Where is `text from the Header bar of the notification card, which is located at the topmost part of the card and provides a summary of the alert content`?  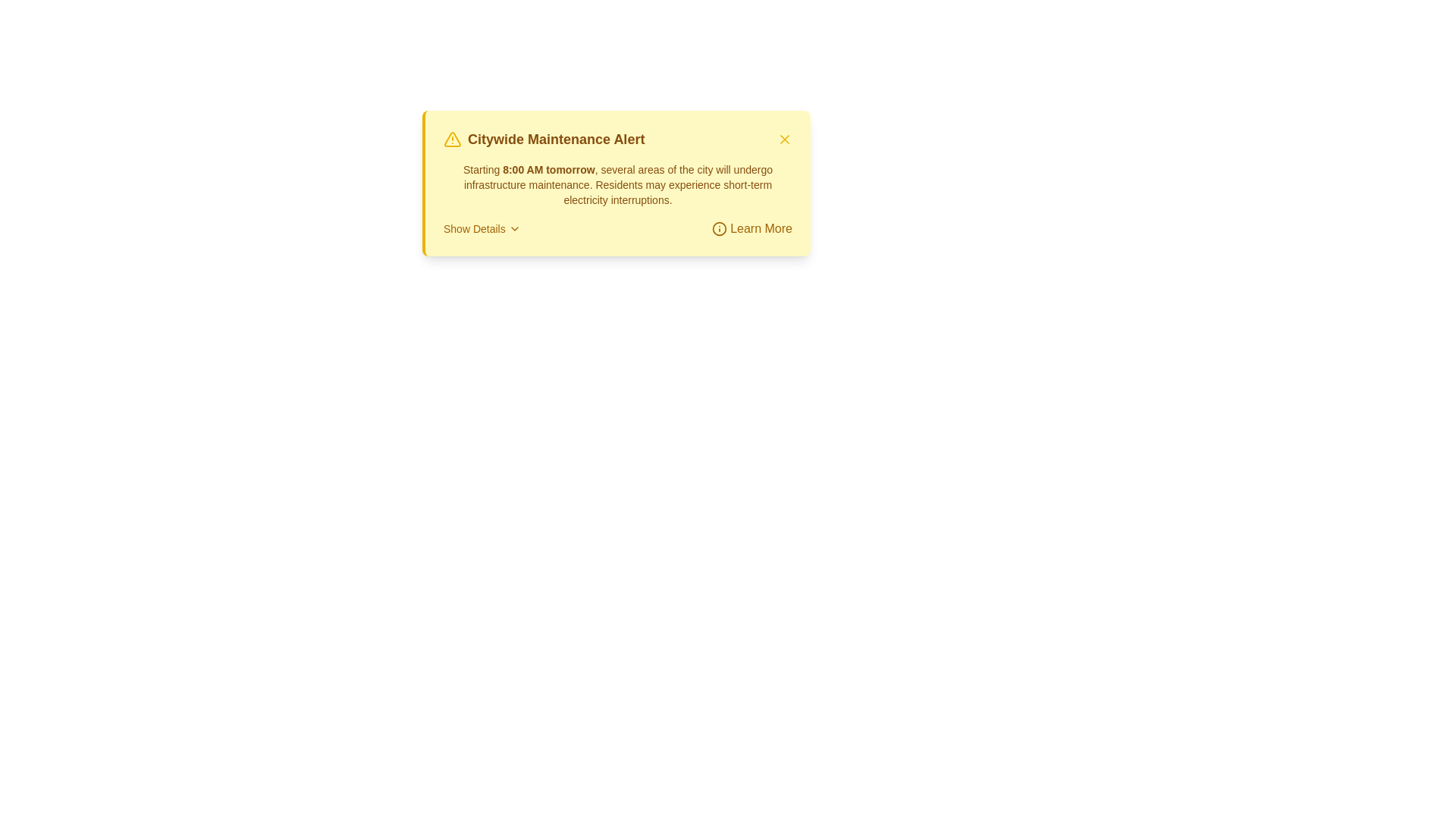
text from the Header bar of the notification card, which is located at the topmost part of the card and provides a summary of the alert content is located at coordinates (618, 140).